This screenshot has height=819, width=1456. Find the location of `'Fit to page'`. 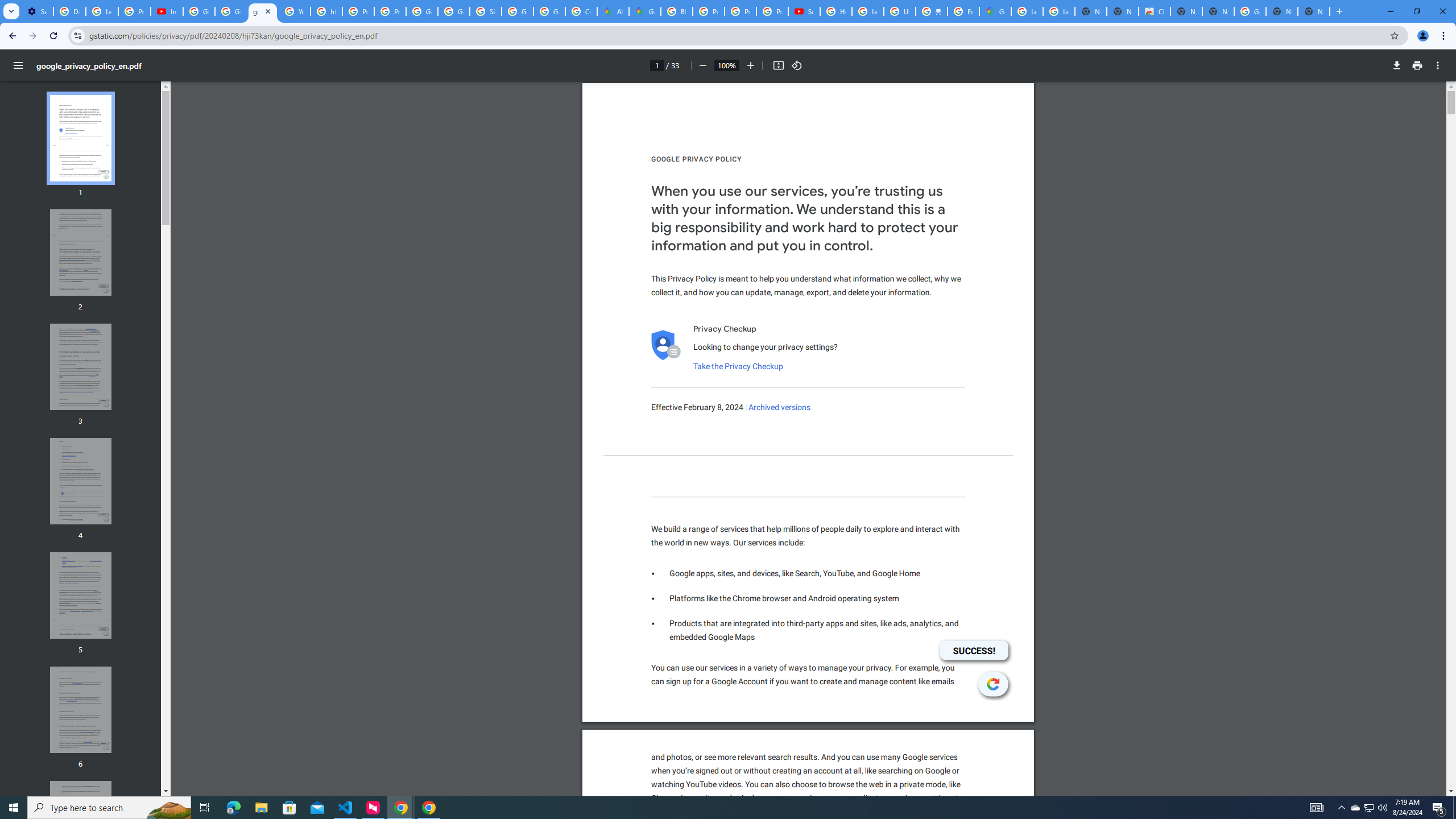

'Fit to page' is located at coordinates (777, 65).